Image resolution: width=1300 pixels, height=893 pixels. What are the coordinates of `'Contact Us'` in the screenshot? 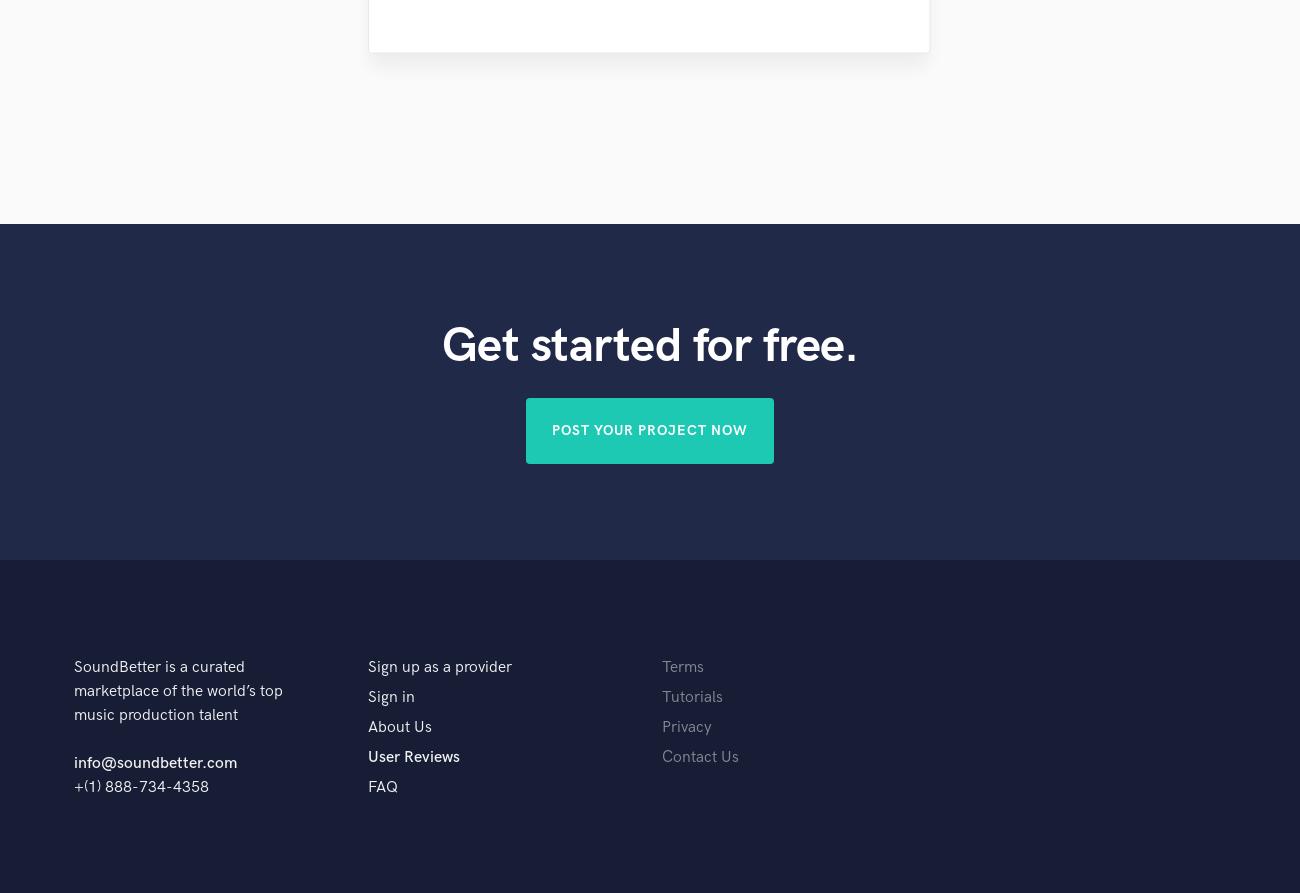 It's located at (660, 756).